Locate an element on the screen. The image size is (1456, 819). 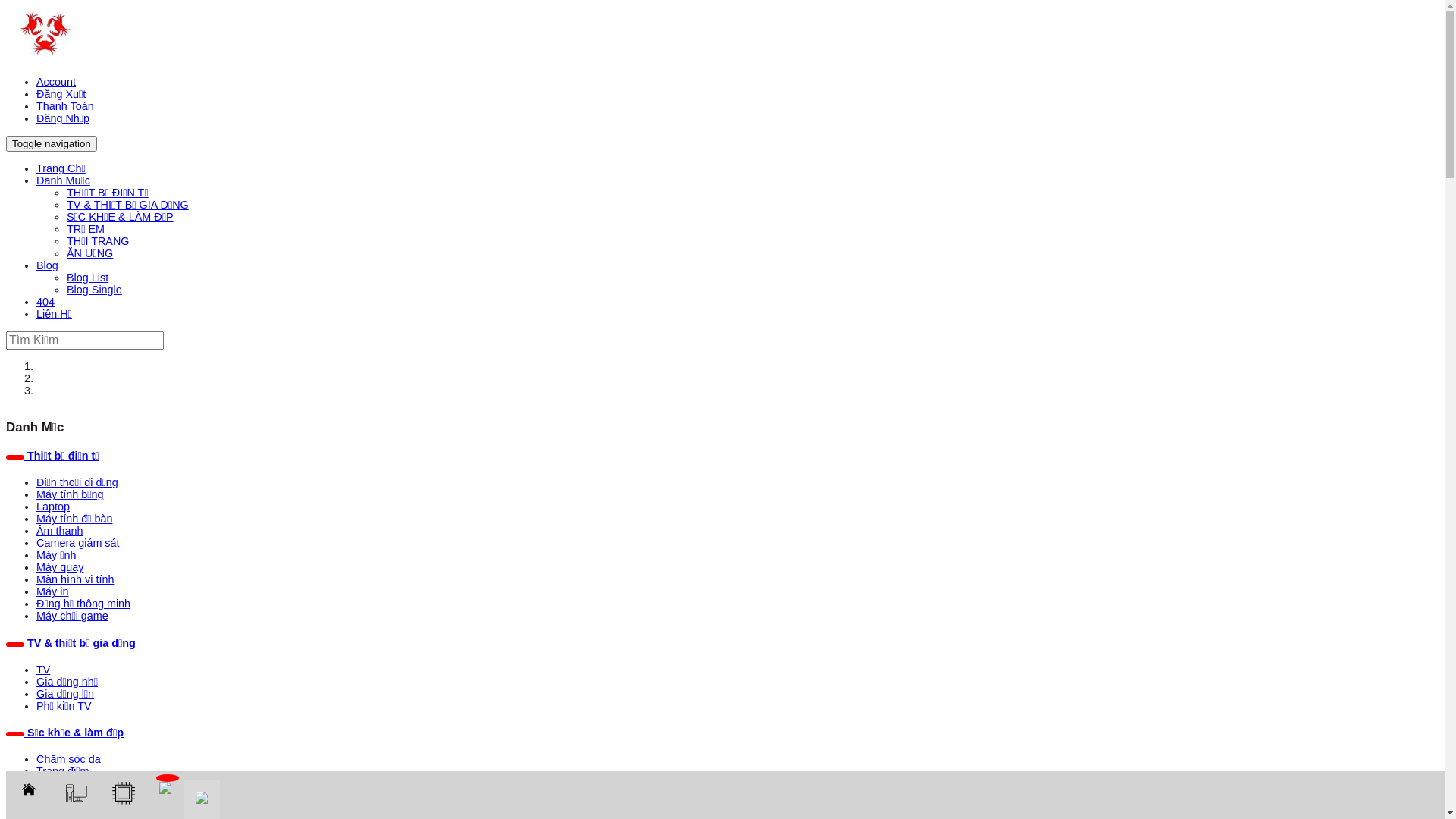
'Blog' is located at coordinates (47, 265).